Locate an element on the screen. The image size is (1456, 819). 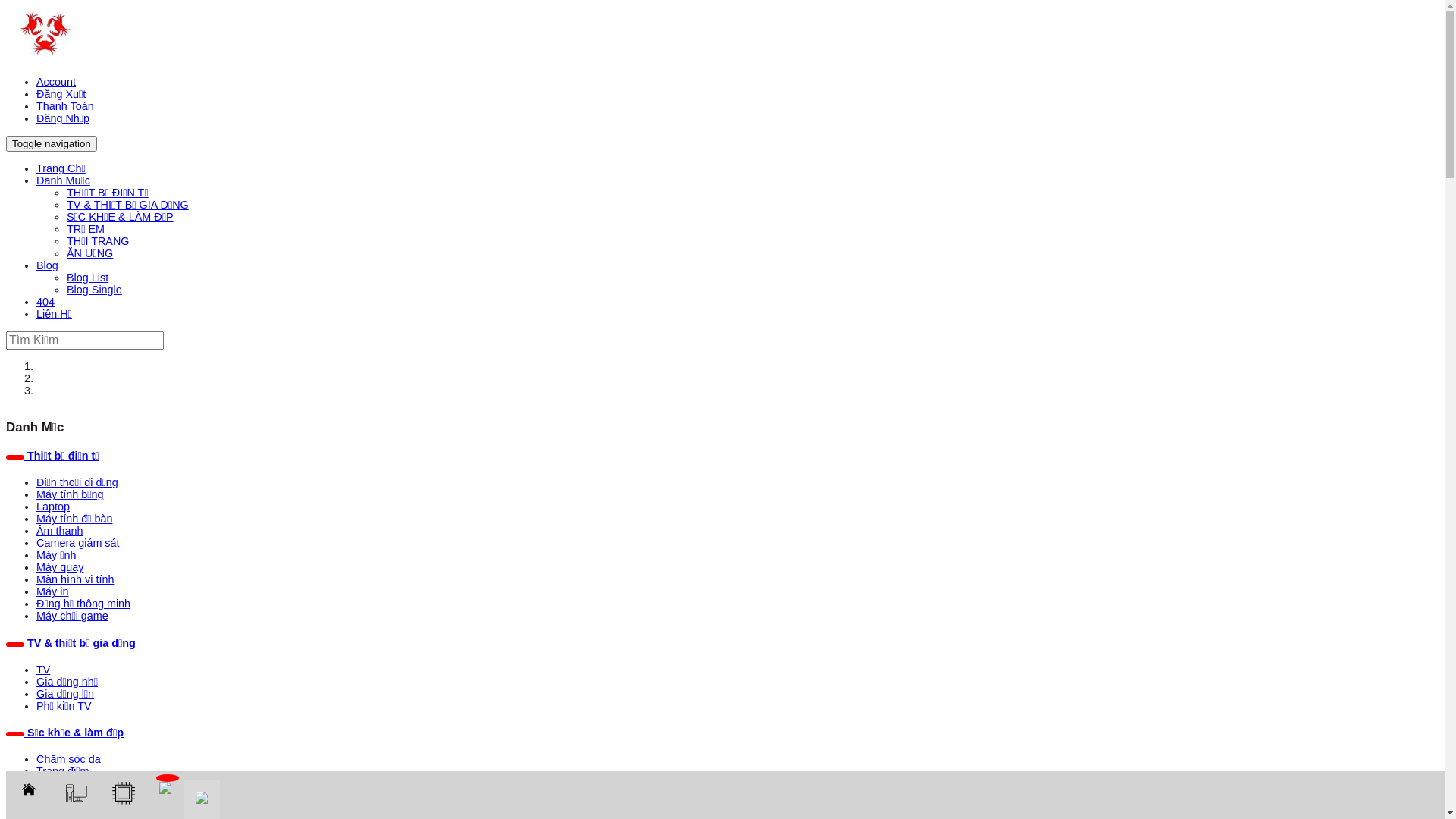
'Blog' is located at coordinates (47, 265).